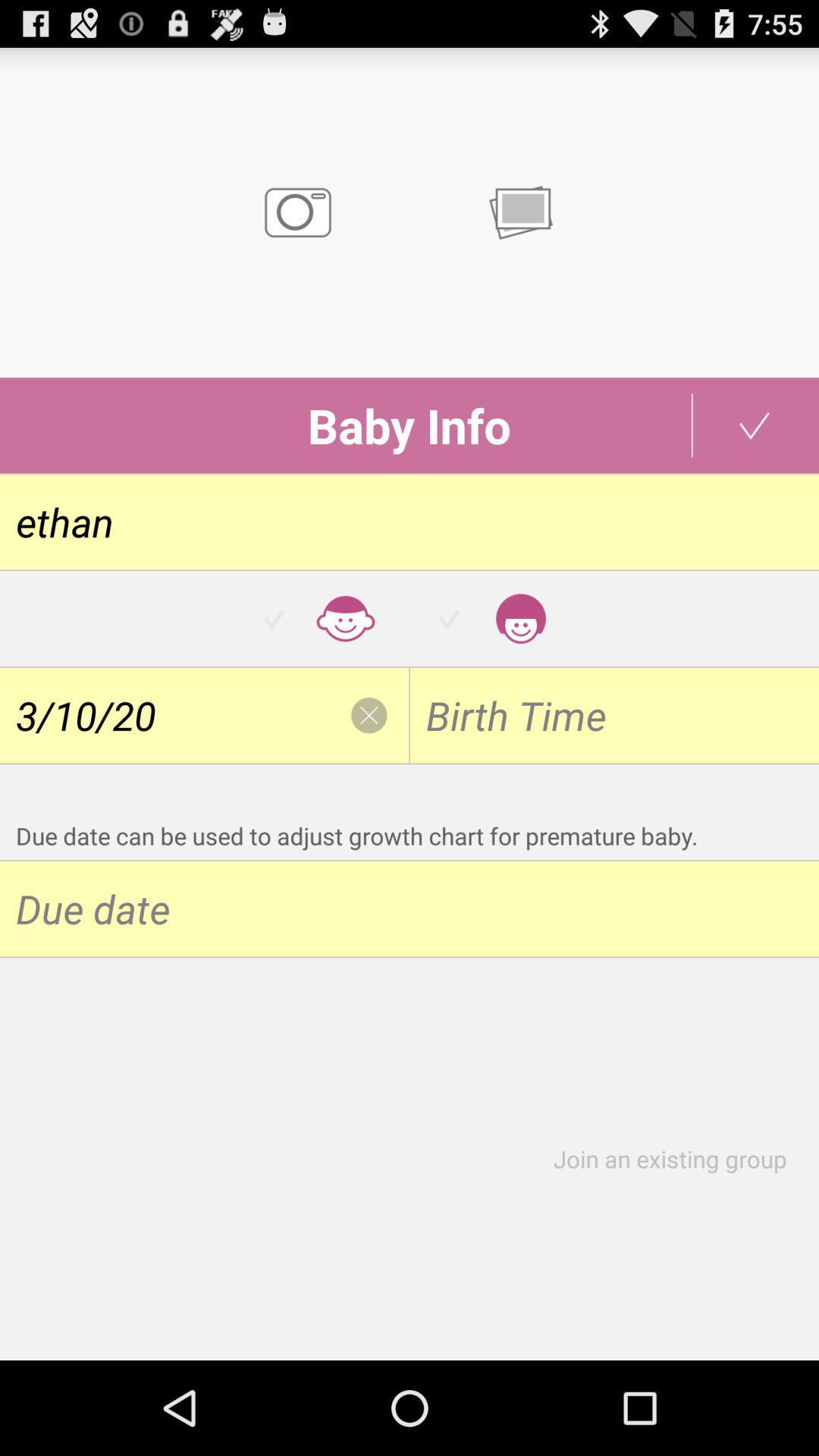  Describe the element at coordinates (755, 454) in the screenshot. I see `the check icon` at that location.